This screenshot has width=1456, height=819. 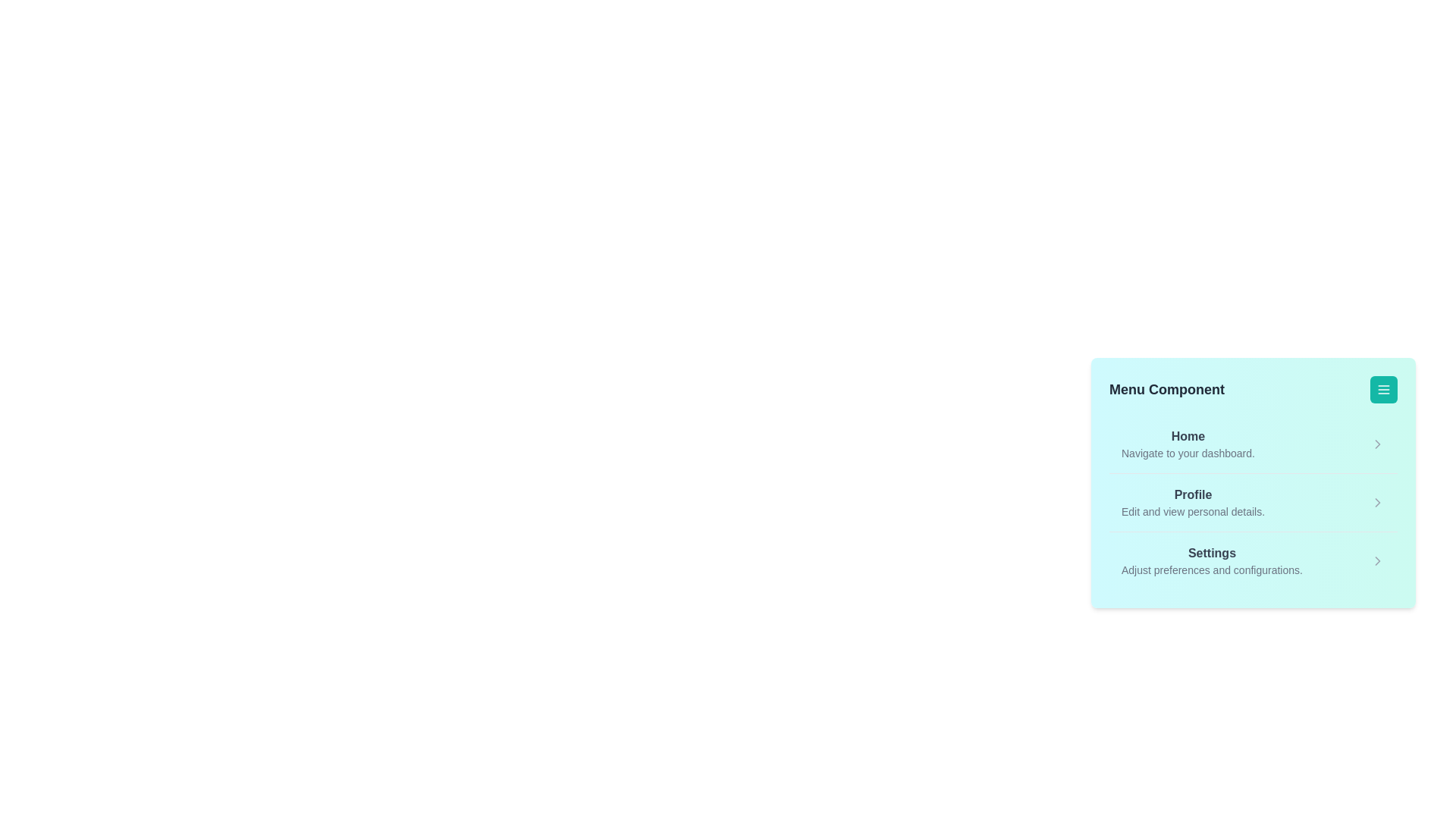 What do you see at coordinates (1378, 561) in the screenshot?
I see `arrow icon next to the menu item labeled Settings` at bounding box center [1378, 561].